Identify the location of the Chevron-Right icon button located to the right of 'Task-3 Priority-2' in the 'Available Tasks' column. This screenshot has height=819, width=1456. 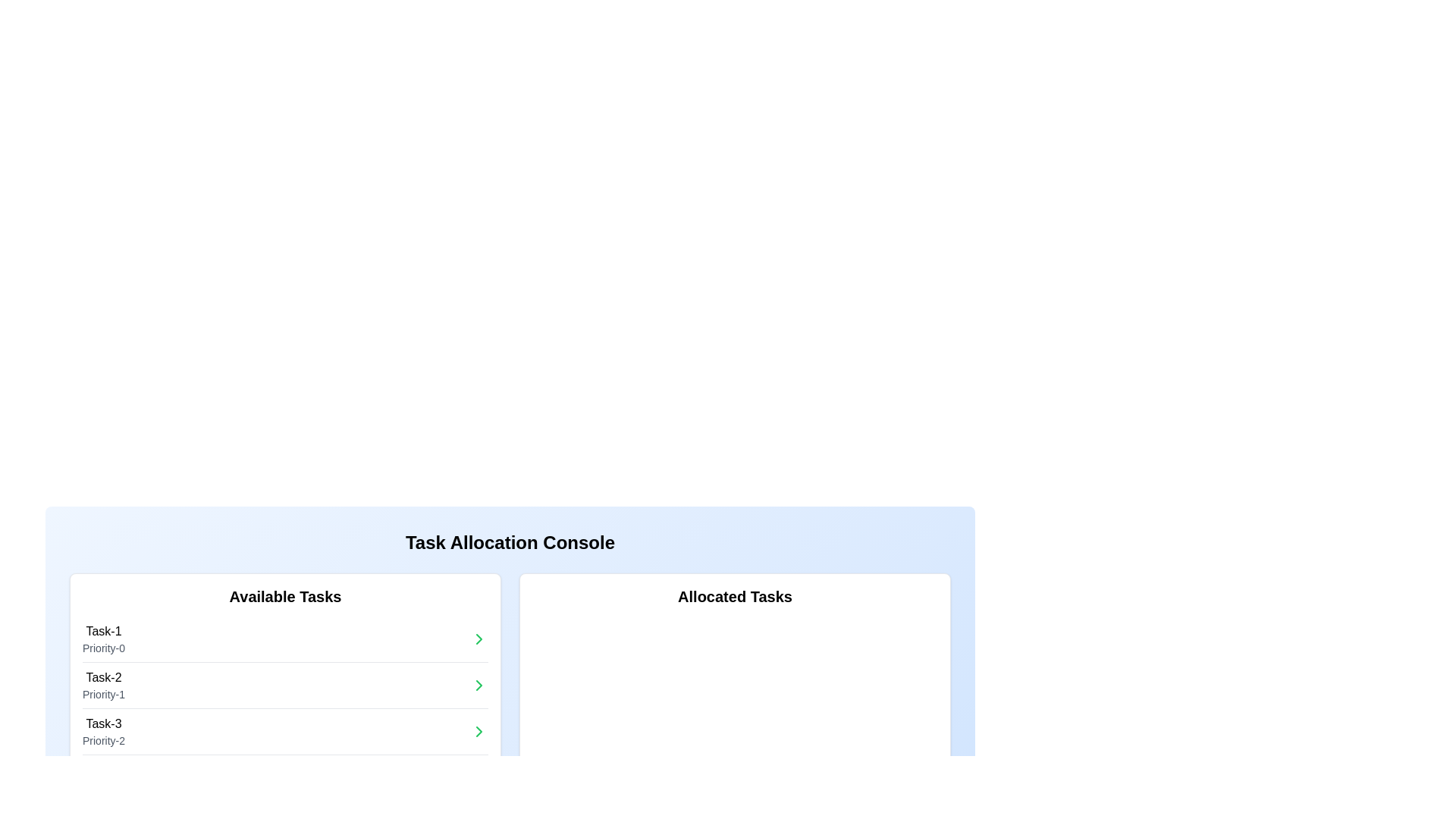
(479, 730).